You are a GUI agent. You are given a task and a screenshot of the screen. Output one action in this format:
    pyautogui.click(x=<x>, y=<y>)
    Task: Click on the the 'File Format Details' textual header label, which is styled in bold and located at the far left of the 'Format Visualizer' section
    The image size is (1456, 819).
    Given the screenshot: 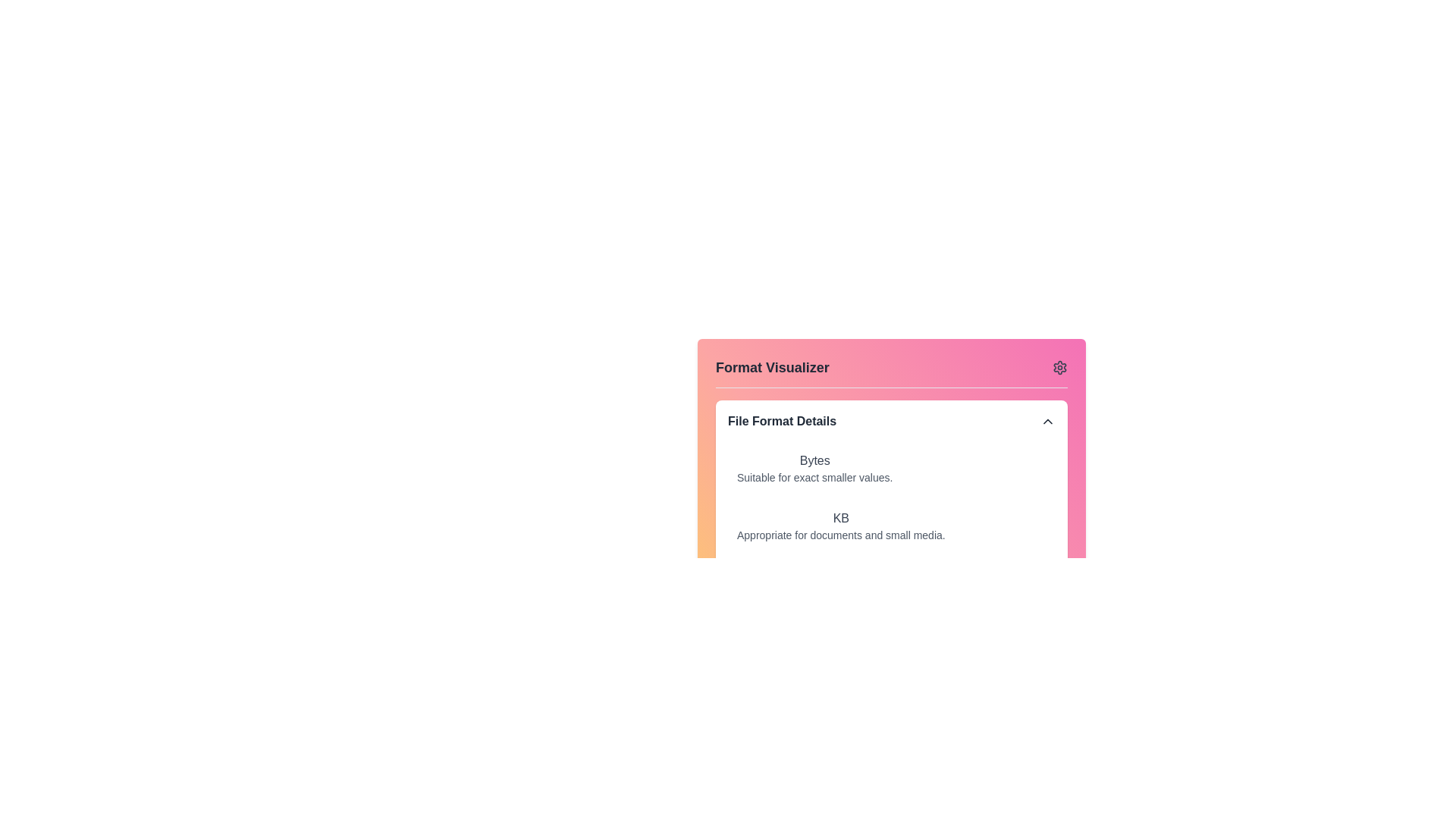 What is the action you would take?
    pyautogui.click(x=782, y=421)
    